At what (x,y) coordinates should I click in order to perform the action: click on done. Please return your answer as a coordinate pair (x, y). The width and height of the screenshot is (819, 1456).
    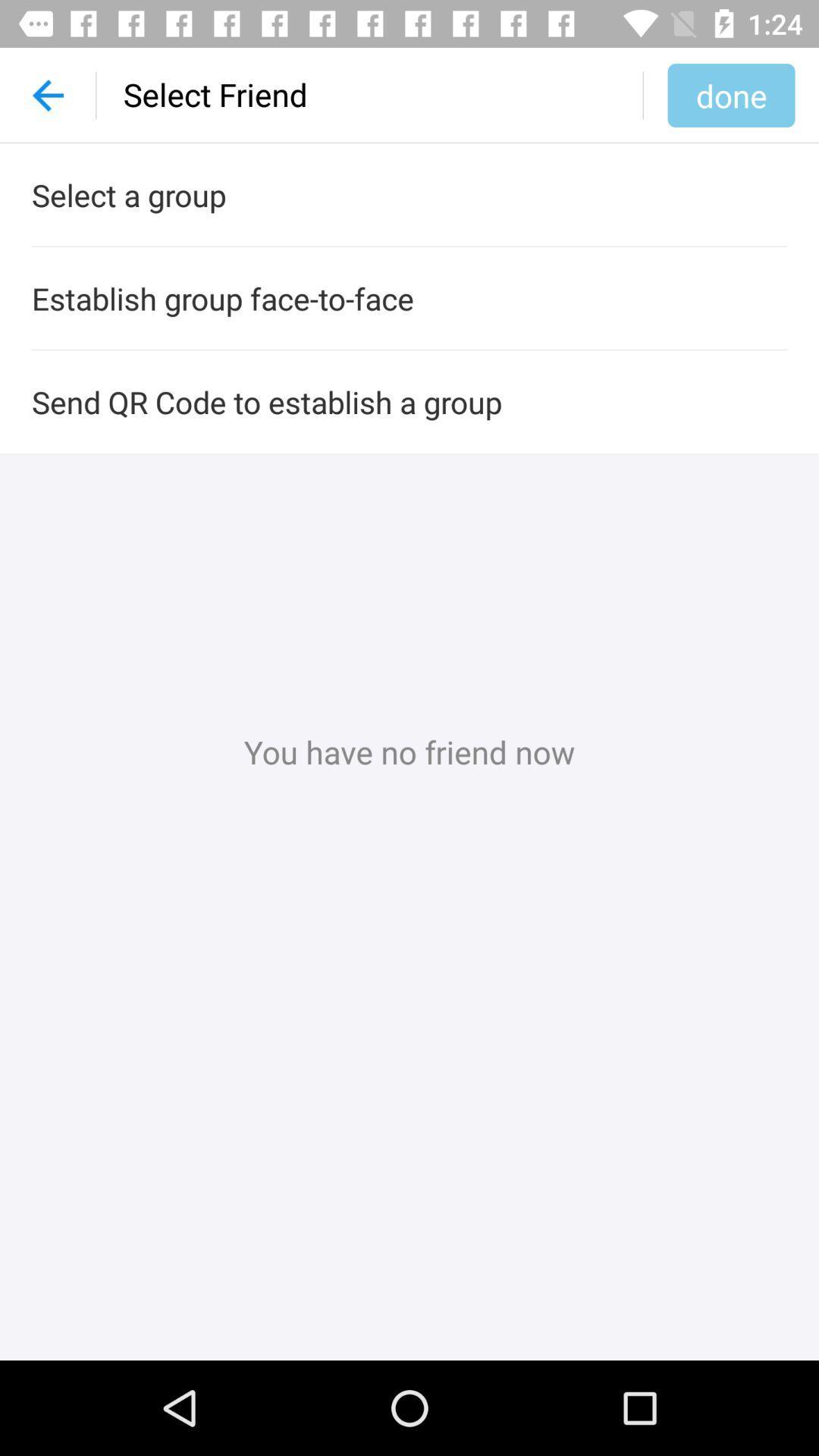
    Looking at the image, I should click on (730, 94).